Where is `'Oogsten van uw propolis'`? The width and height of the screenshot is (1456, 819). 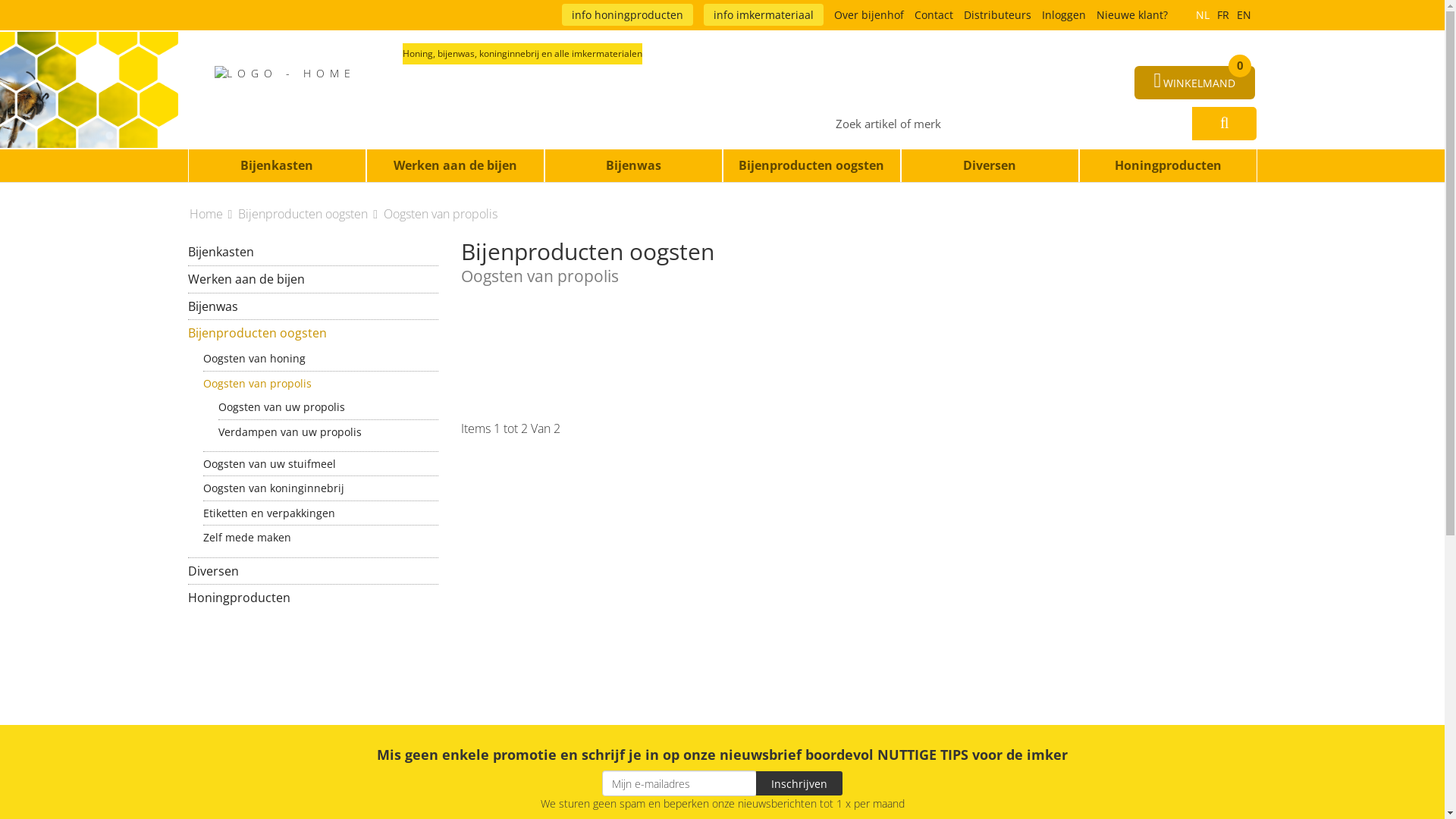 'Oogsten van uw propolis' is located at coordinates (218, 406).